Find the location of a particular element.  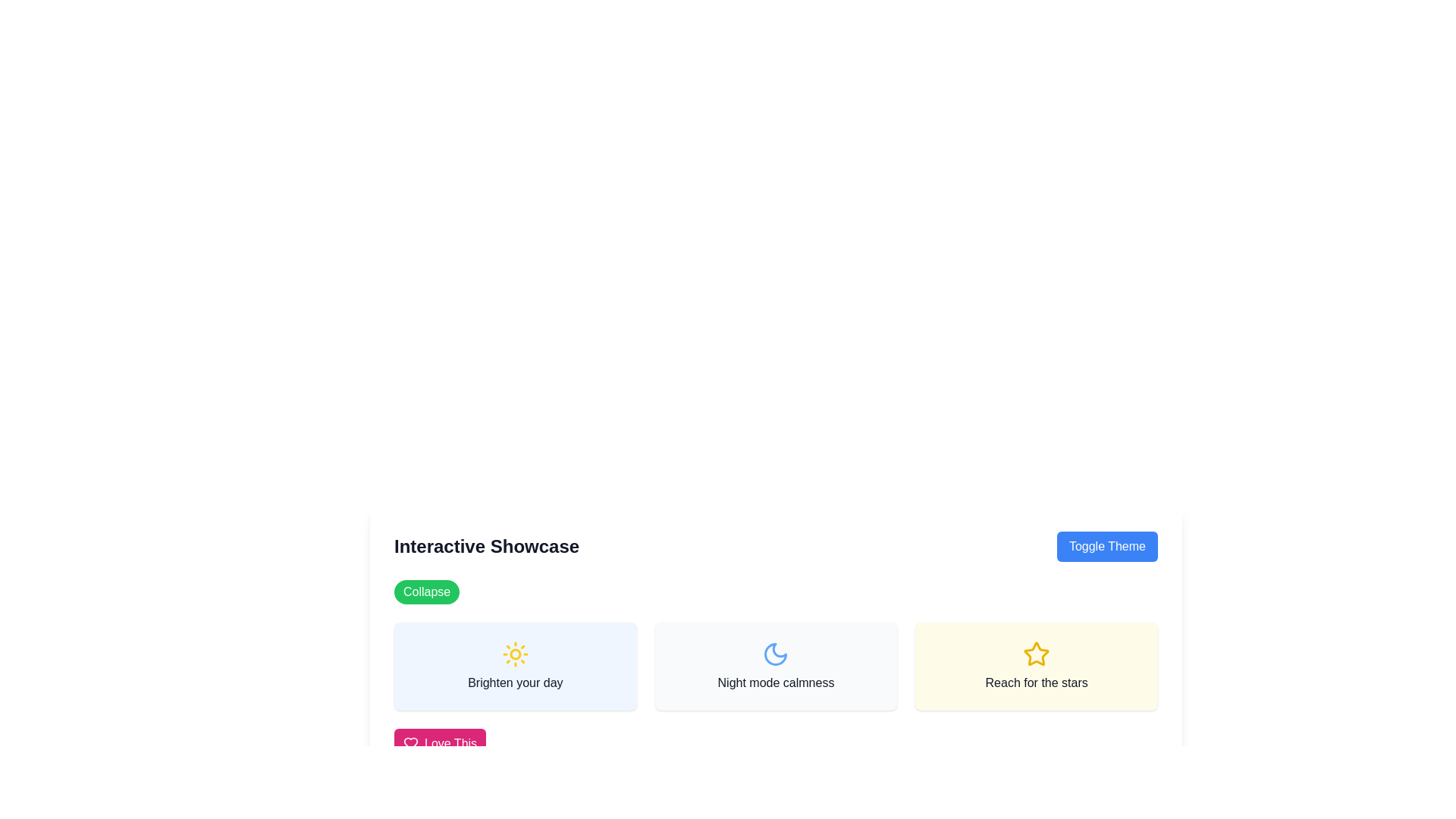

the text label 'Reach for the stars' and the accompanying gold star icon inside the yellow card, which is the third item in a grid layout of cards is located at coordinates (1036, 666).